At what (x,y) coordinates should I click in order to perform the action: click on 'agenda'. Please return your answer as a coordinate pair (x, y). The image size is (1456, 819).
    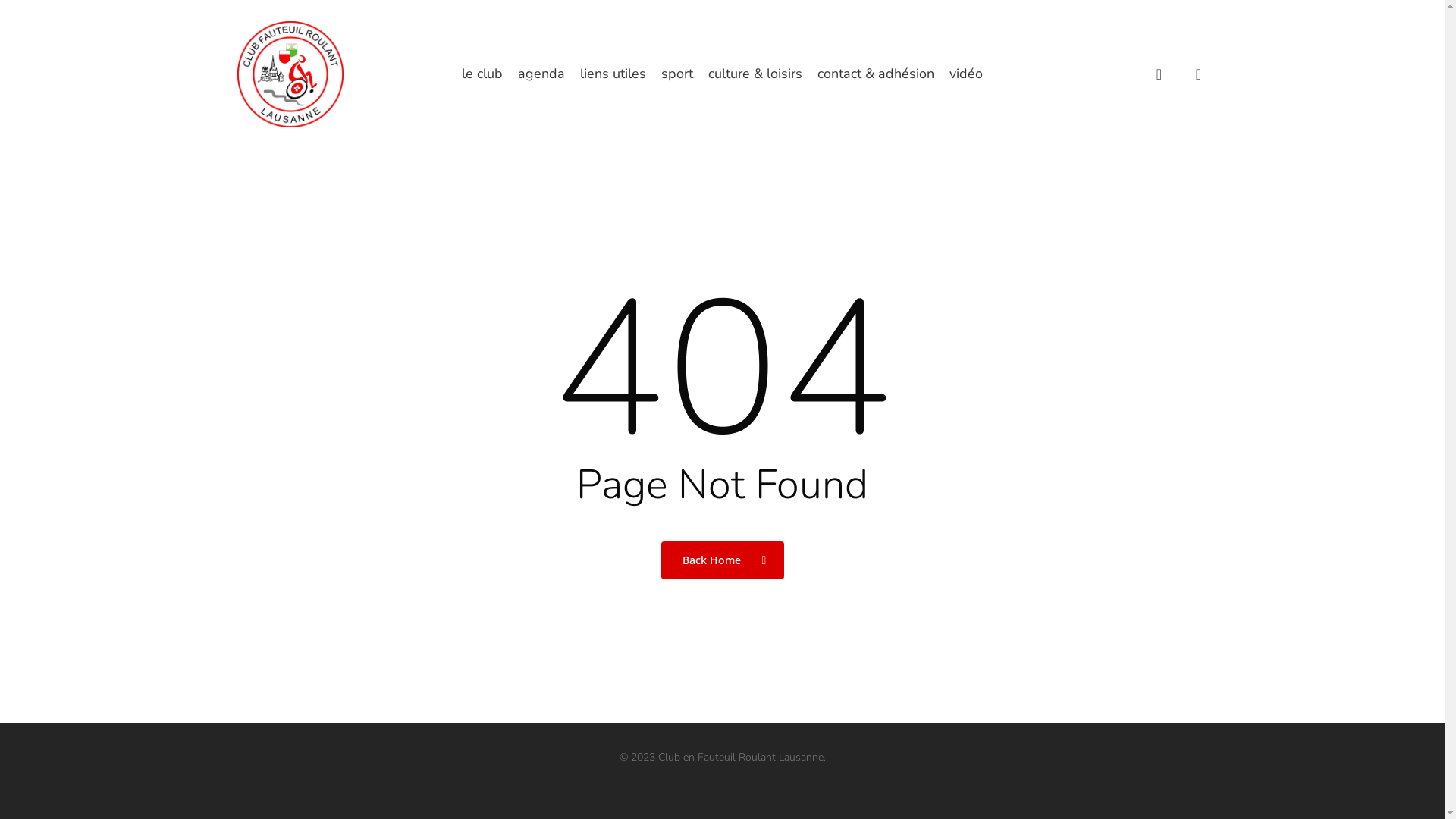
    Looking at the image, I should click on (541, 74).